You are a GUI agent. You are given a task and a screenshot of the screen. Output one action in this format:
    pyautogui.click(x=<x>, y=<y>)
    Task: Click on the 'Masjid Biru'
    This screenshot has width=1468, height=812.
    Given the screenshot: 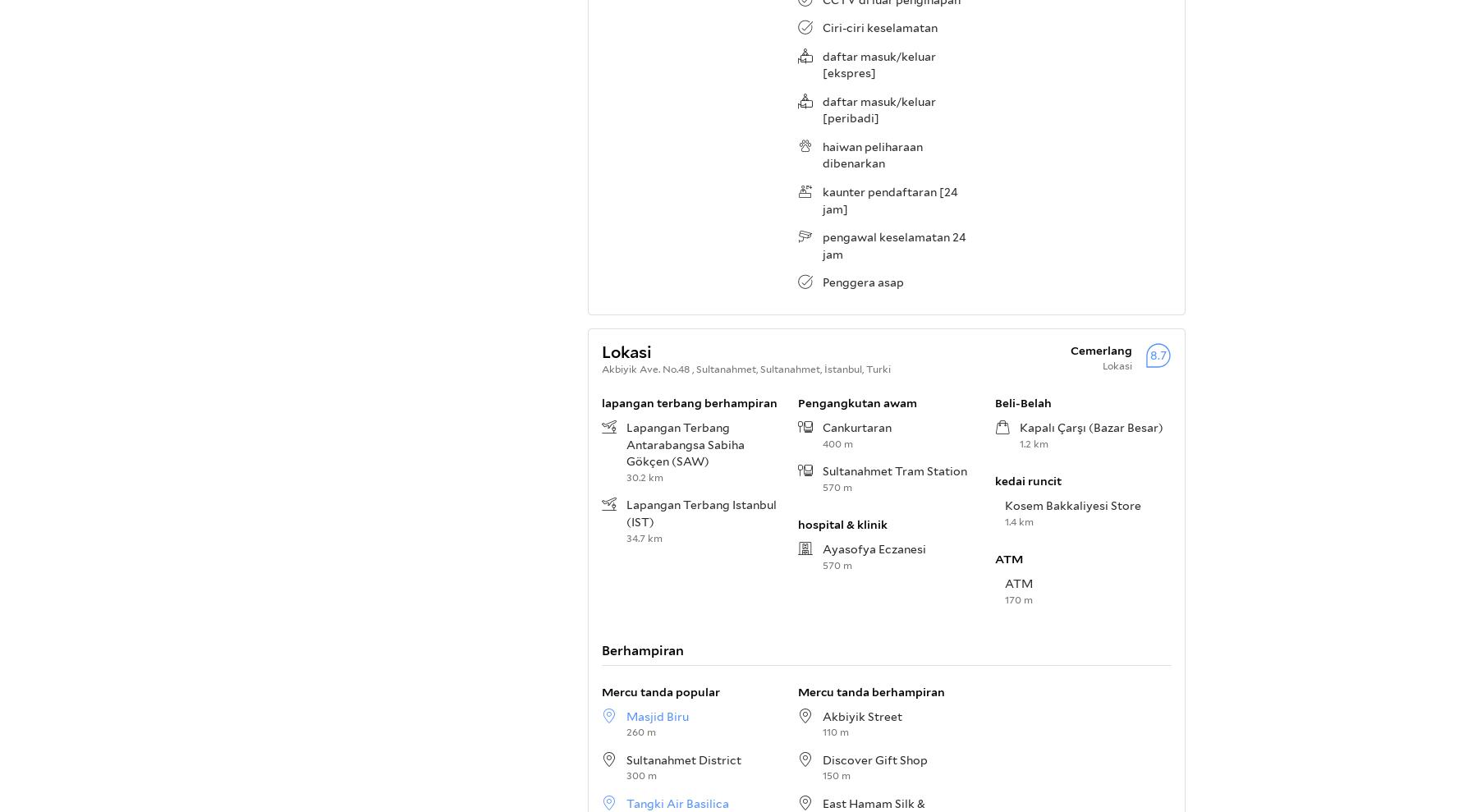 What is the action you would take?
    pyautogui.click(x=657, y=716)
    